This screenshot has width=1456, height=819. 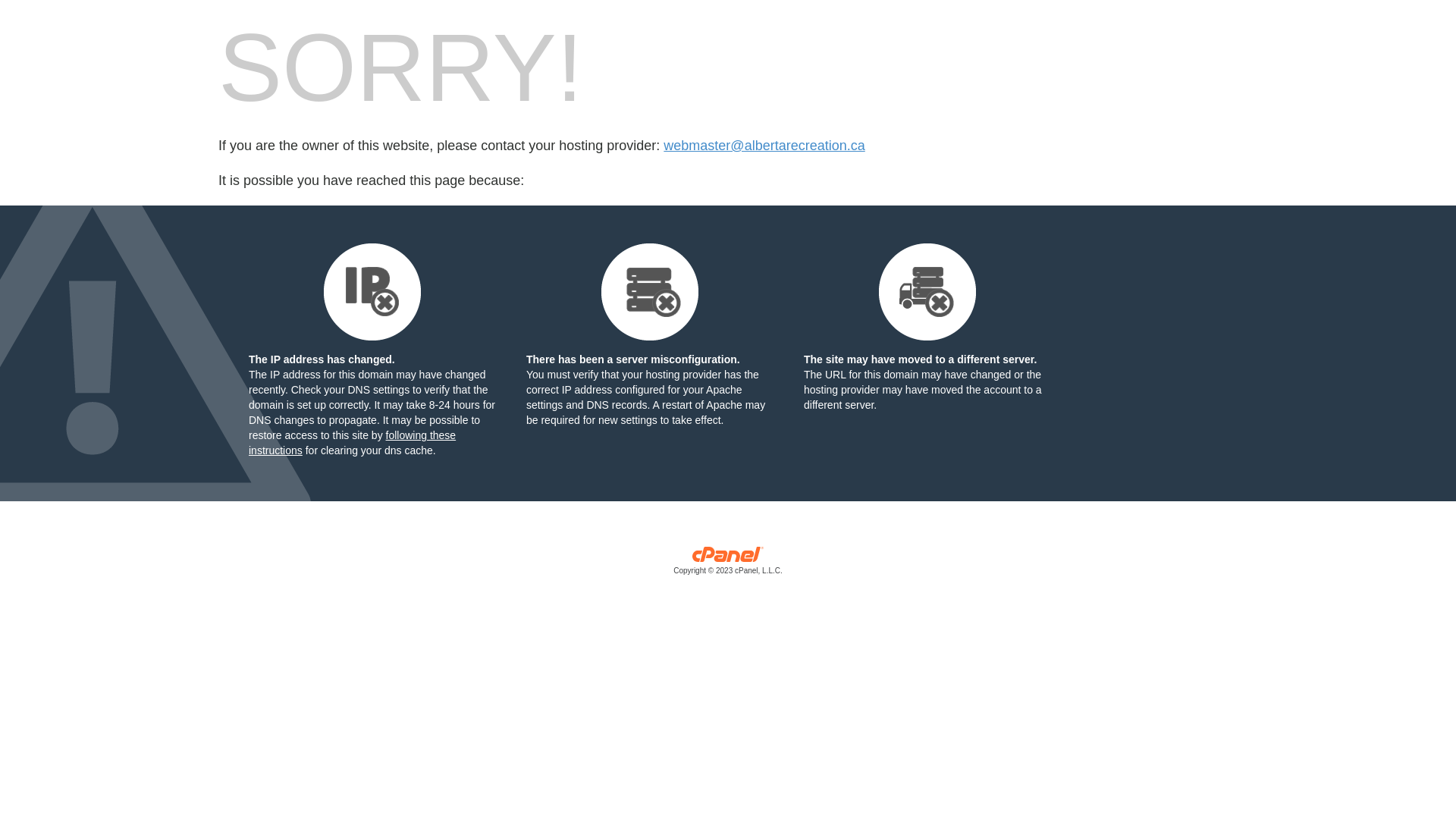 What do you see at coordinates (764, 146) in the screenshot?
I see `'webmaster@albertarecreation.ca'` at bounding box center [764, 146].